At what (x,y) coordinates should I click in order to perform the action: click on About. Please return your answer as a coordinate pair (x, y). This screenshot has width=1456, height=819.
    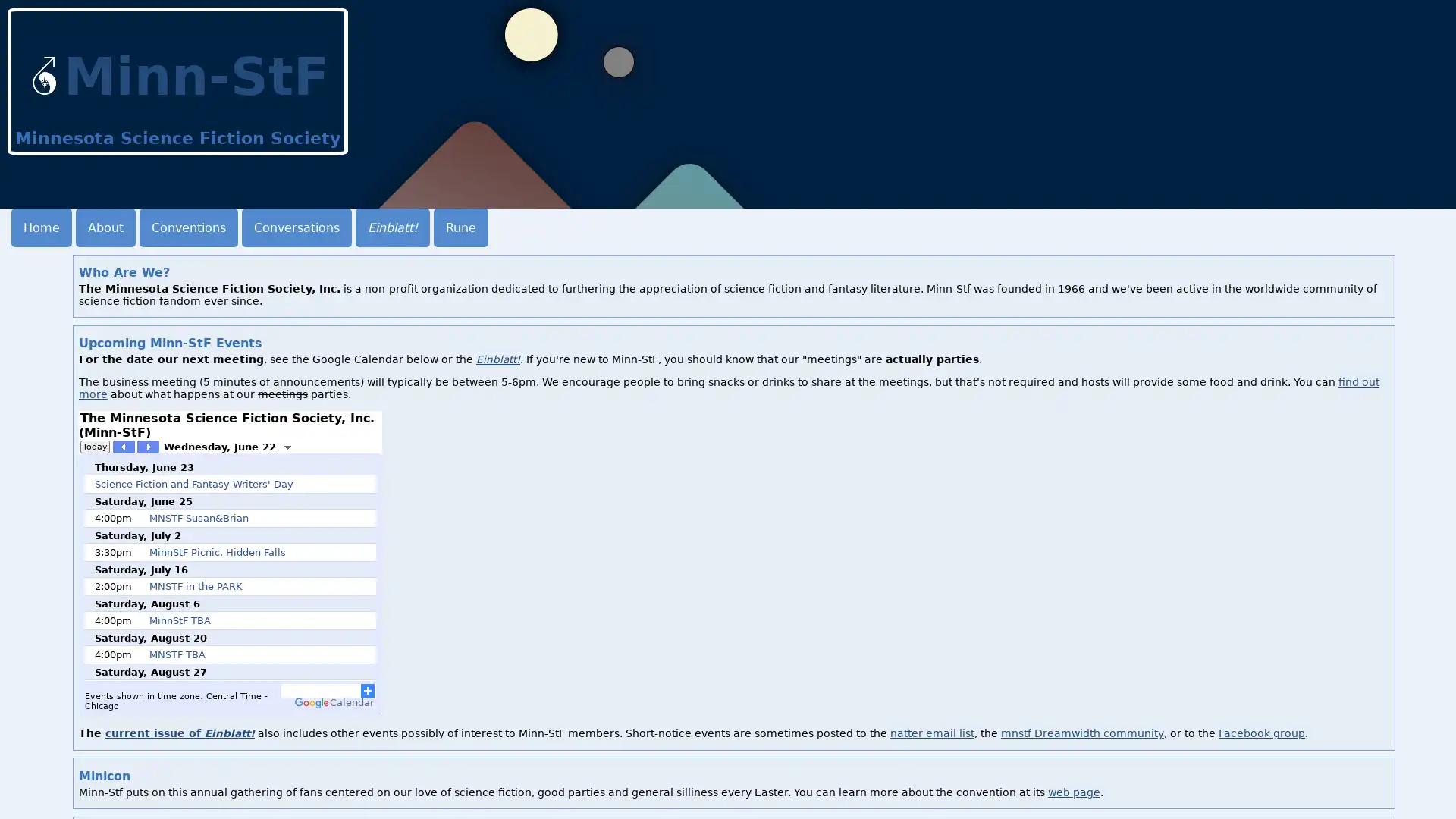
    Looking at the image, I should click on (105, 227).